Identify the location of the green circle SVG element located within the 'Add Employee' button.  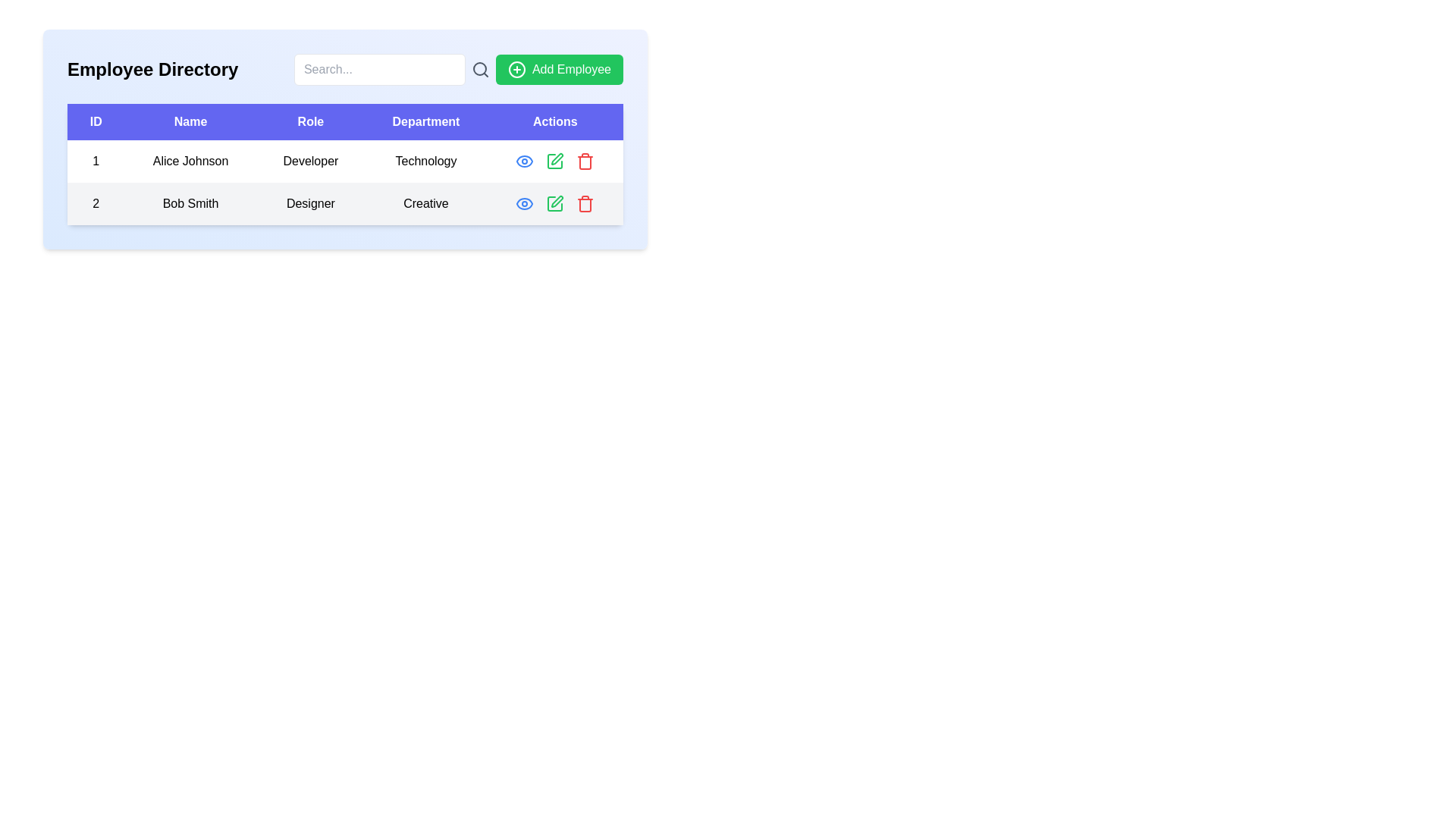
(516, 70).